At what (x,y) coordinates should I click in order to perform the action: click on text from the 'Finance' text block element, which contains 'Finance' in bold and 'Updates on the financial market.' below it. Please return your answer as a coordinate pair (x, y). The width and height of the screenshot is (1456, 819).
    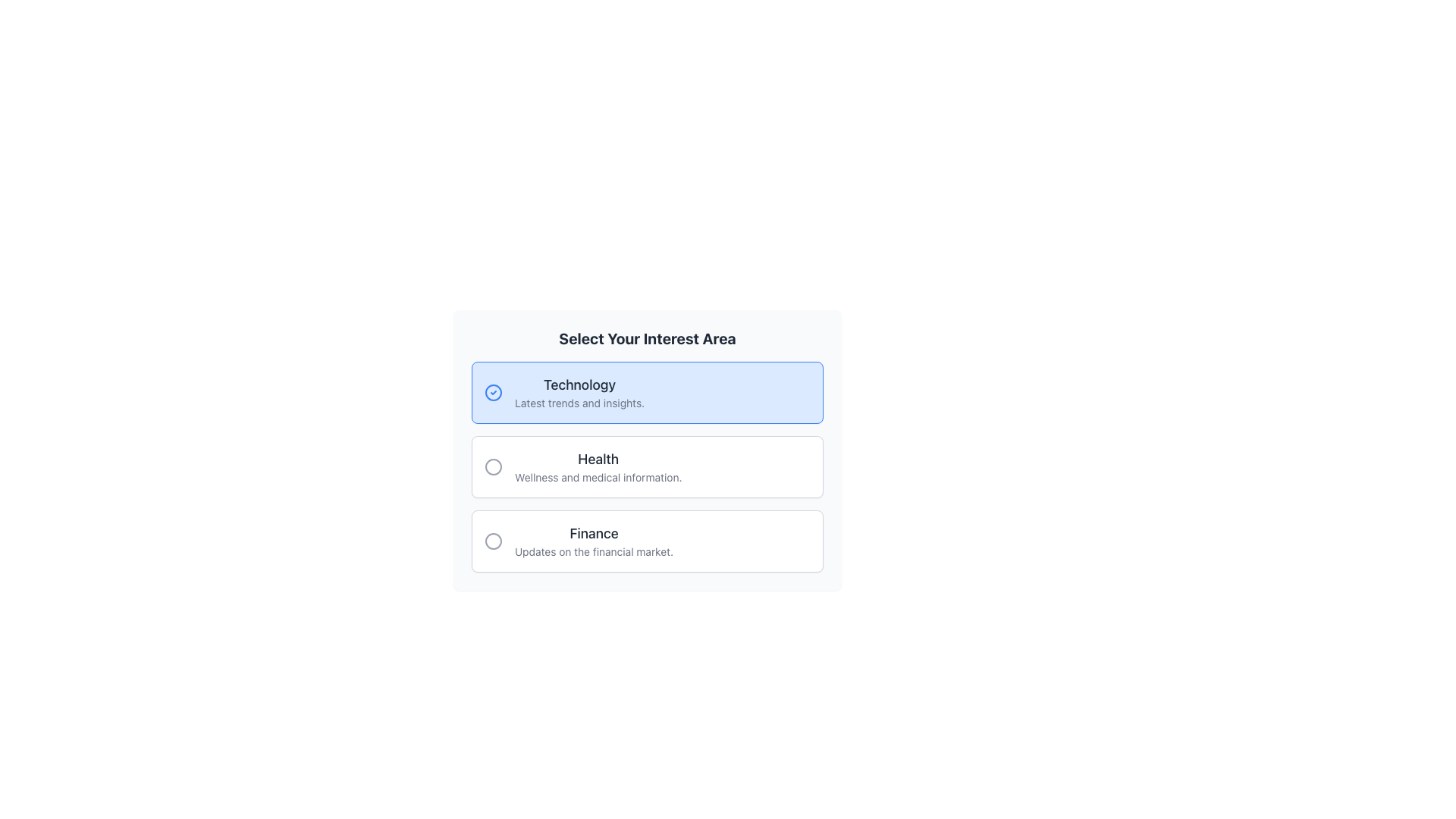
    Looking at the image, I should click on (593, 540).